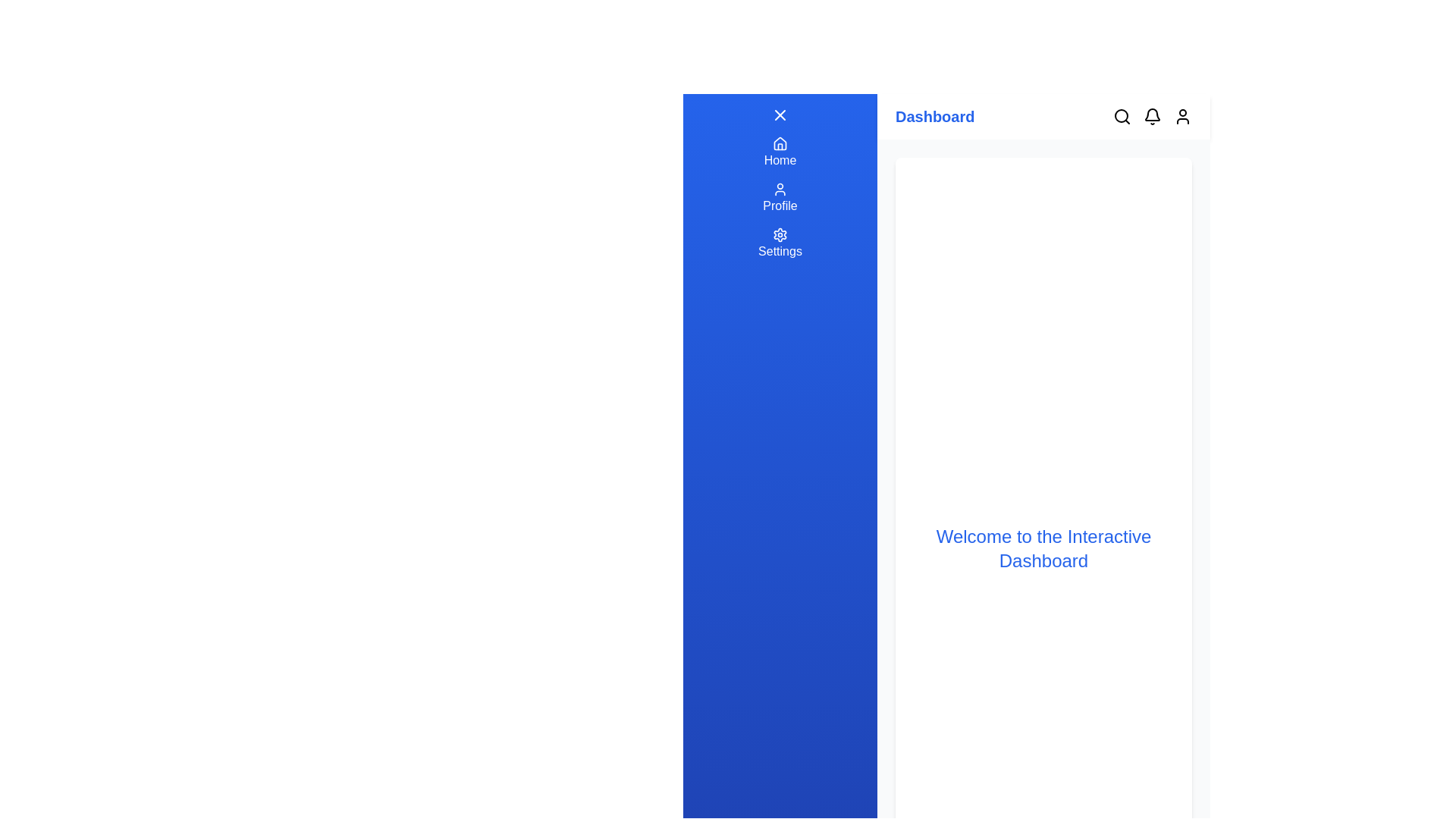  Describe the element at coordinates (780, 160) in the screenshot. I see `the 'Home' text label located in the blue sidebar navigation menu underneath the house icon` at that location.